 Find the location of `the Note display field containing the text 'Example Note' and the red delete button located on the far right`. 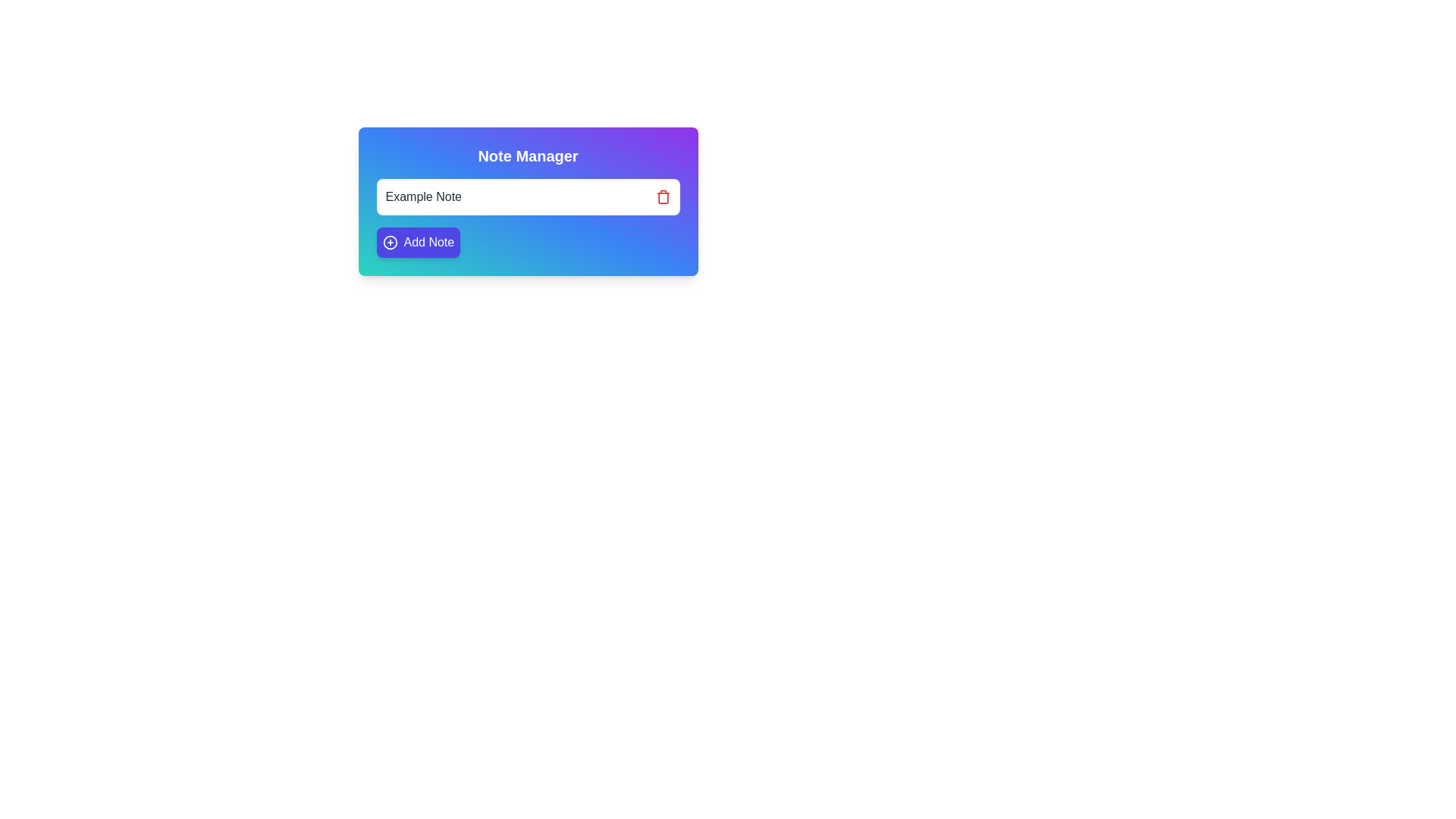

the Note display field containing the text 'Example Note' and the red delete button located on the far right is located at coordinates (528, 196).